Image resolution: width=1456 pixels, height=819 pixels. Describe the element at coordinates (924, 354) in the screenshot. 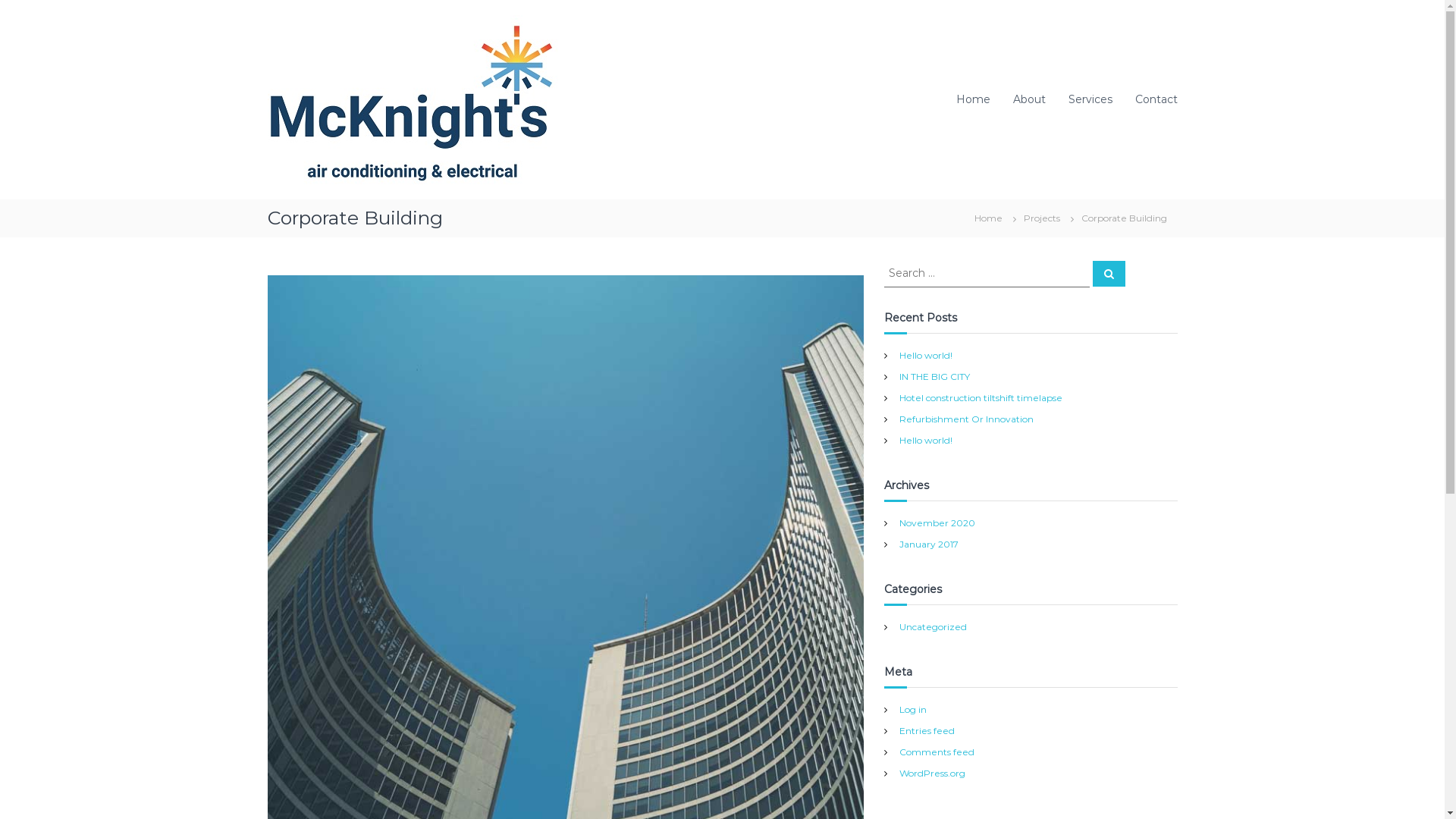

I see `'Hello world!'` at that location.